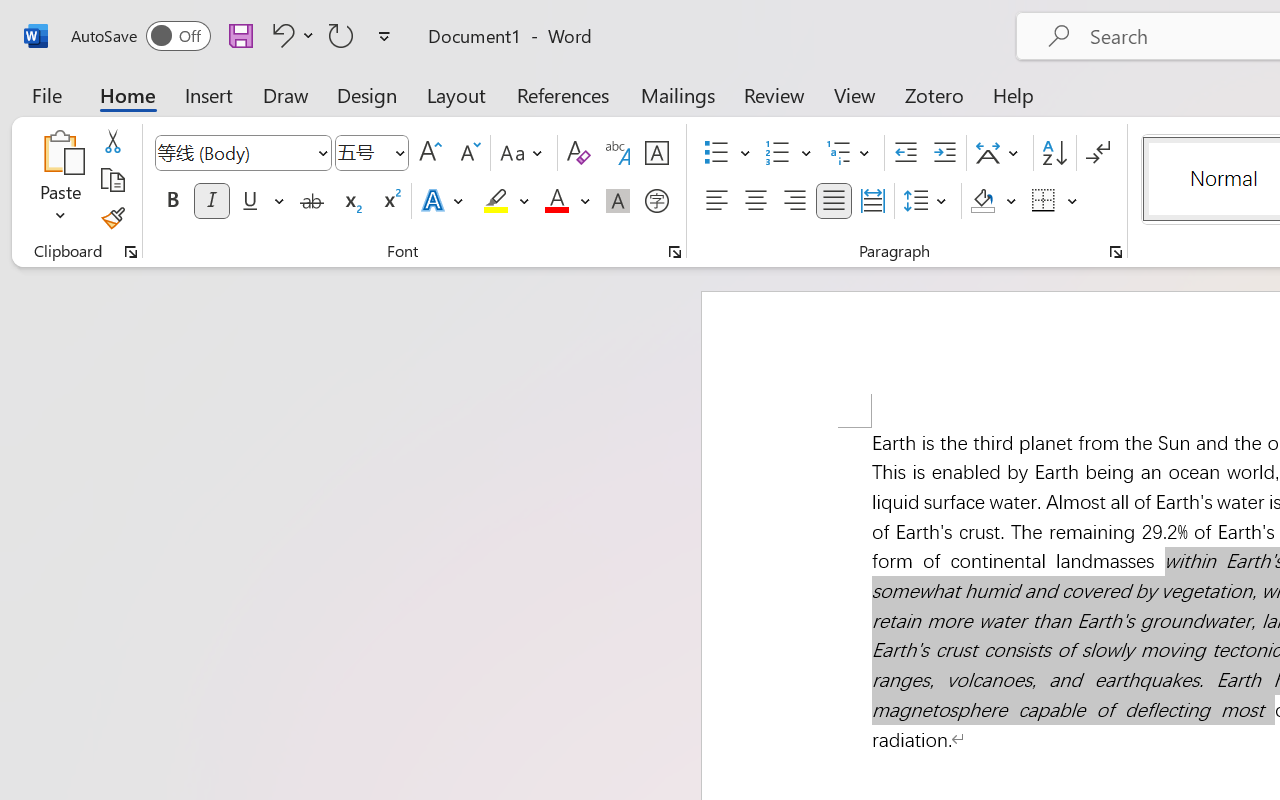  What do you see at coordinates (943, 153) in the screenshot?
I see `'Increase Indent'` at bounding box center [943, 153].